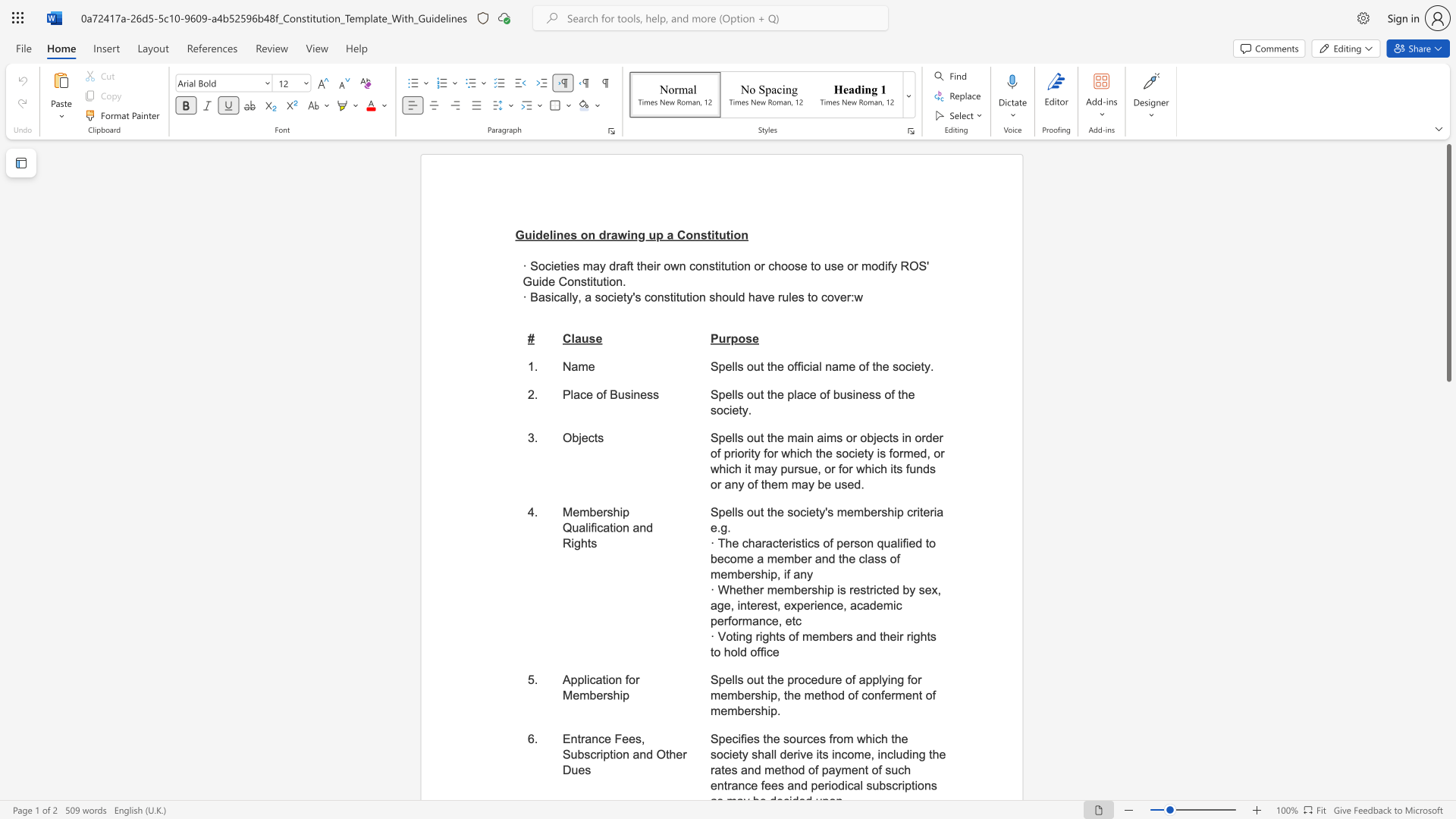 The height and width of the screenshot is (819, 1456). What do you see at coordinates (1448, 614) in the screenshot?
I see `the right-hand scrollbar to descend the page` at bounding box center [1448, 614].